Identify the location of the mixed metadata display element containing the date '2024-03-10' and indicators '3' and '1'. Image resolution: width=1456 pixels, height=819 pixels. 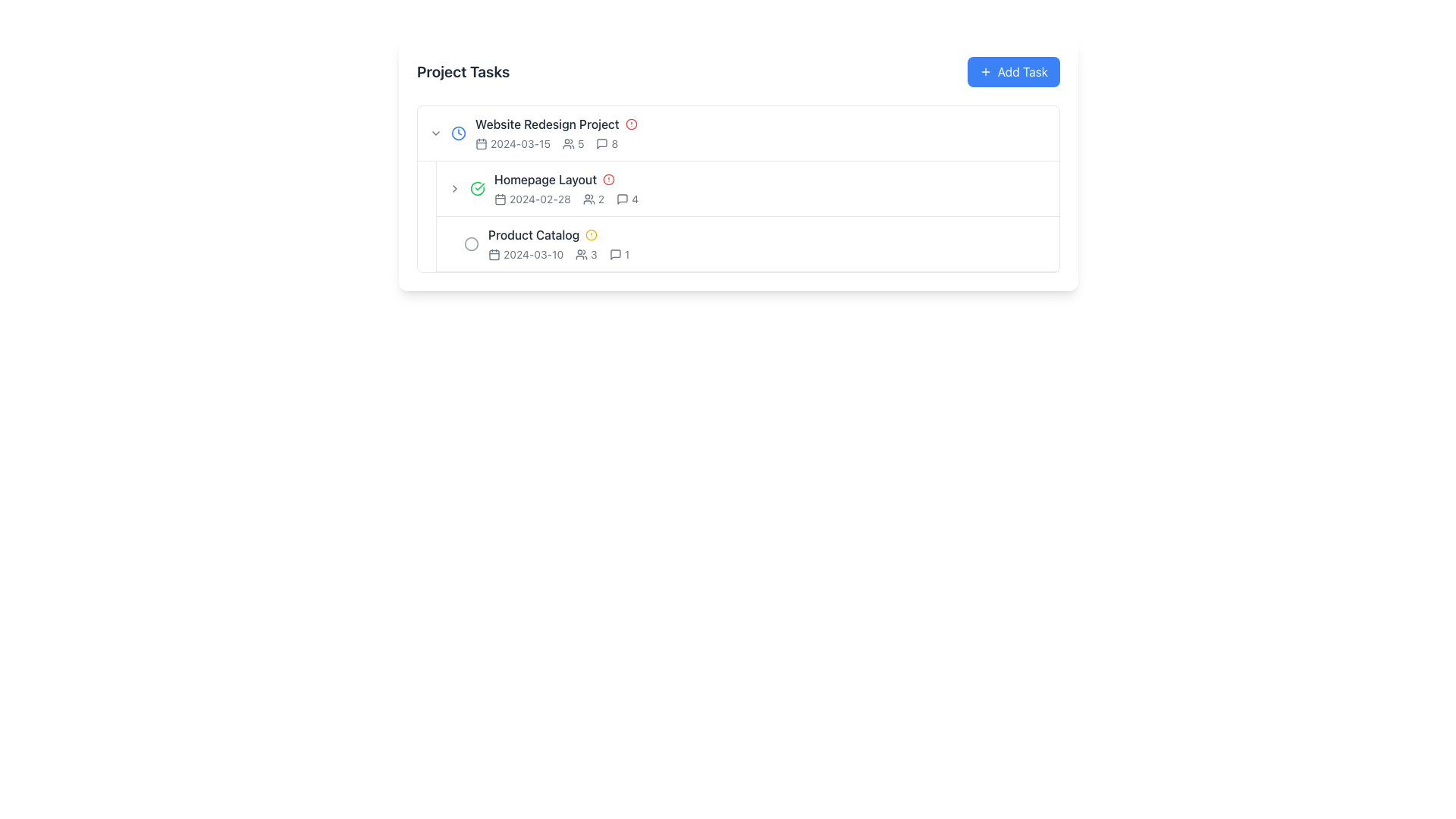
(769, 253).